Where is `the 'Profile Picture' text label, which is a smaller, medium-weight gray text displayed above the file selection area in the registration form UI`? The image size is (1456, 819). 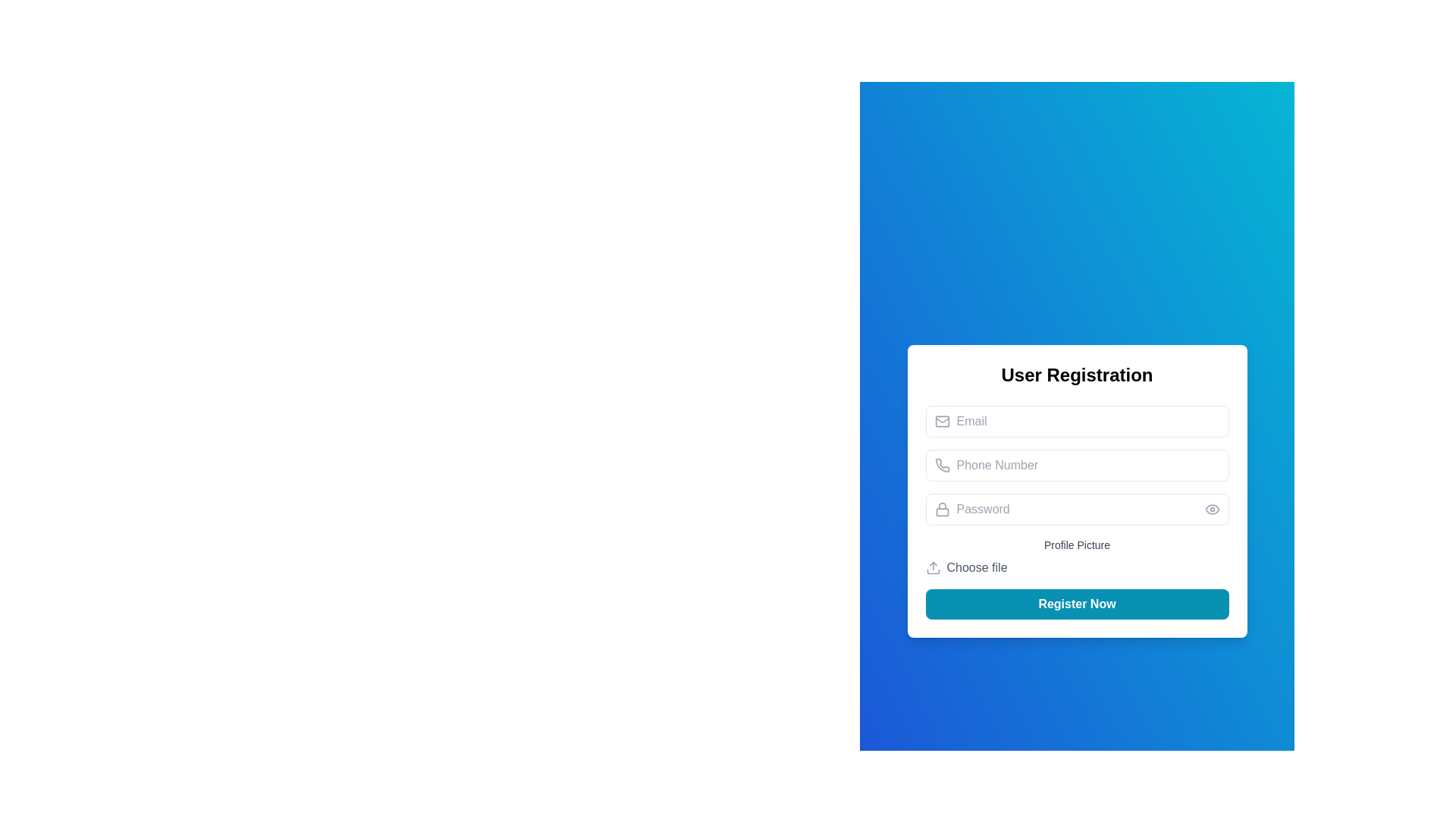
the 'Profile Picture' text label, which is a smaller, medium-weight gray text displayed above the file selection area in the registration form UI is located at coordinates (1076, 544).